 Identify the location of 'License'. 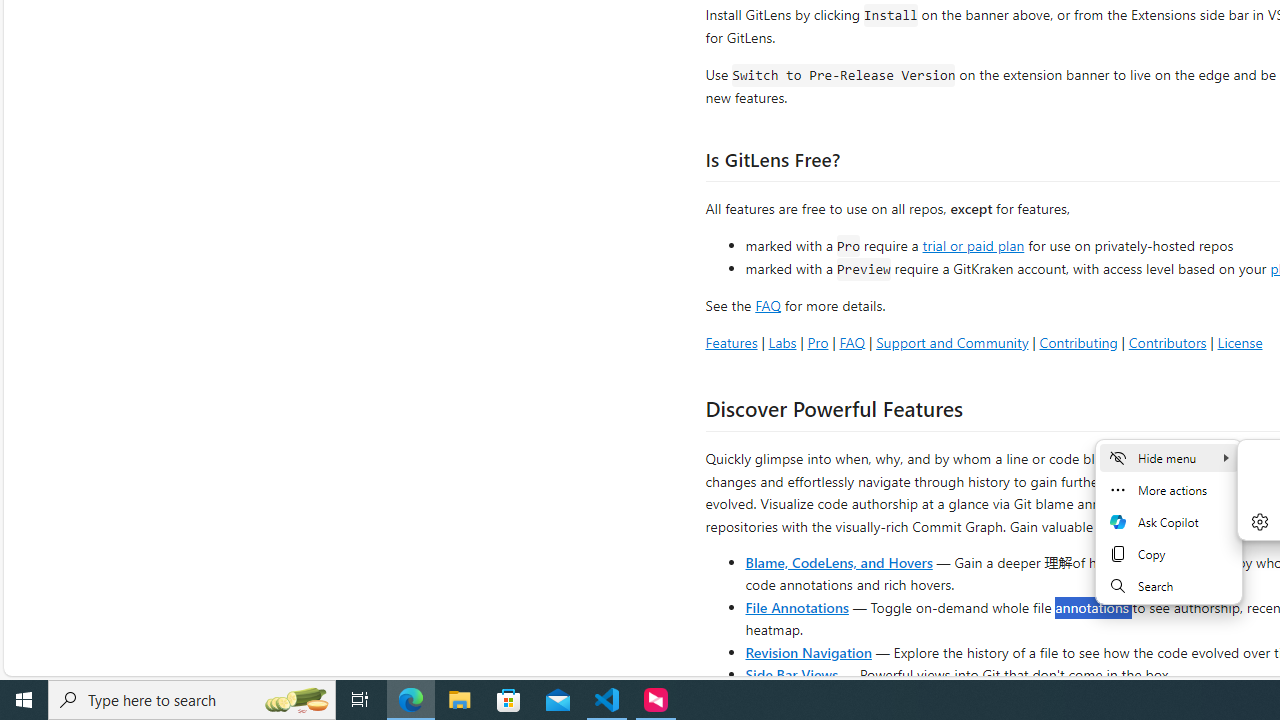
(1239, 341).